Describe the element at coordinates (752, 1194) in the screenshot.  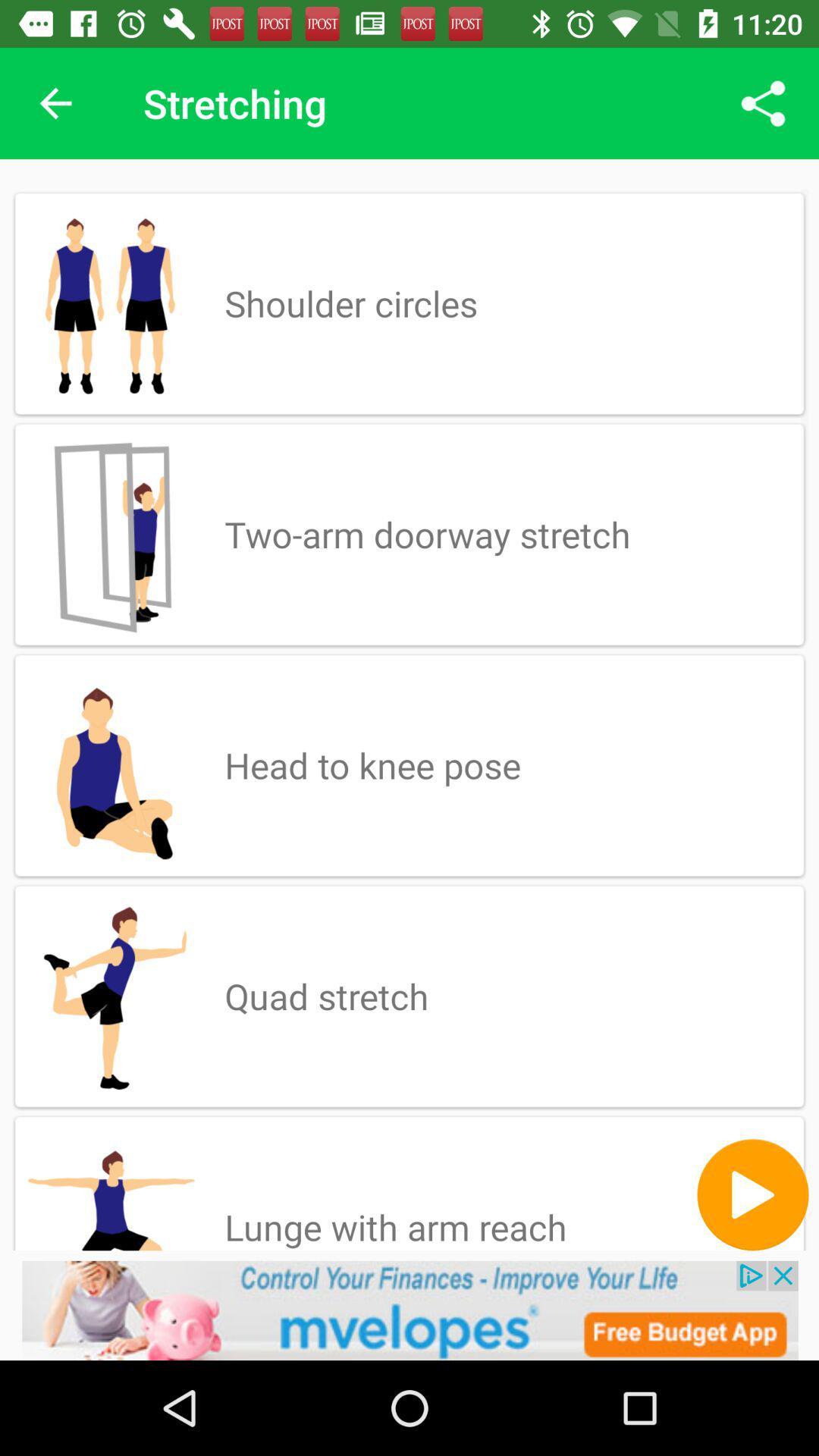
I see `button` at that location.